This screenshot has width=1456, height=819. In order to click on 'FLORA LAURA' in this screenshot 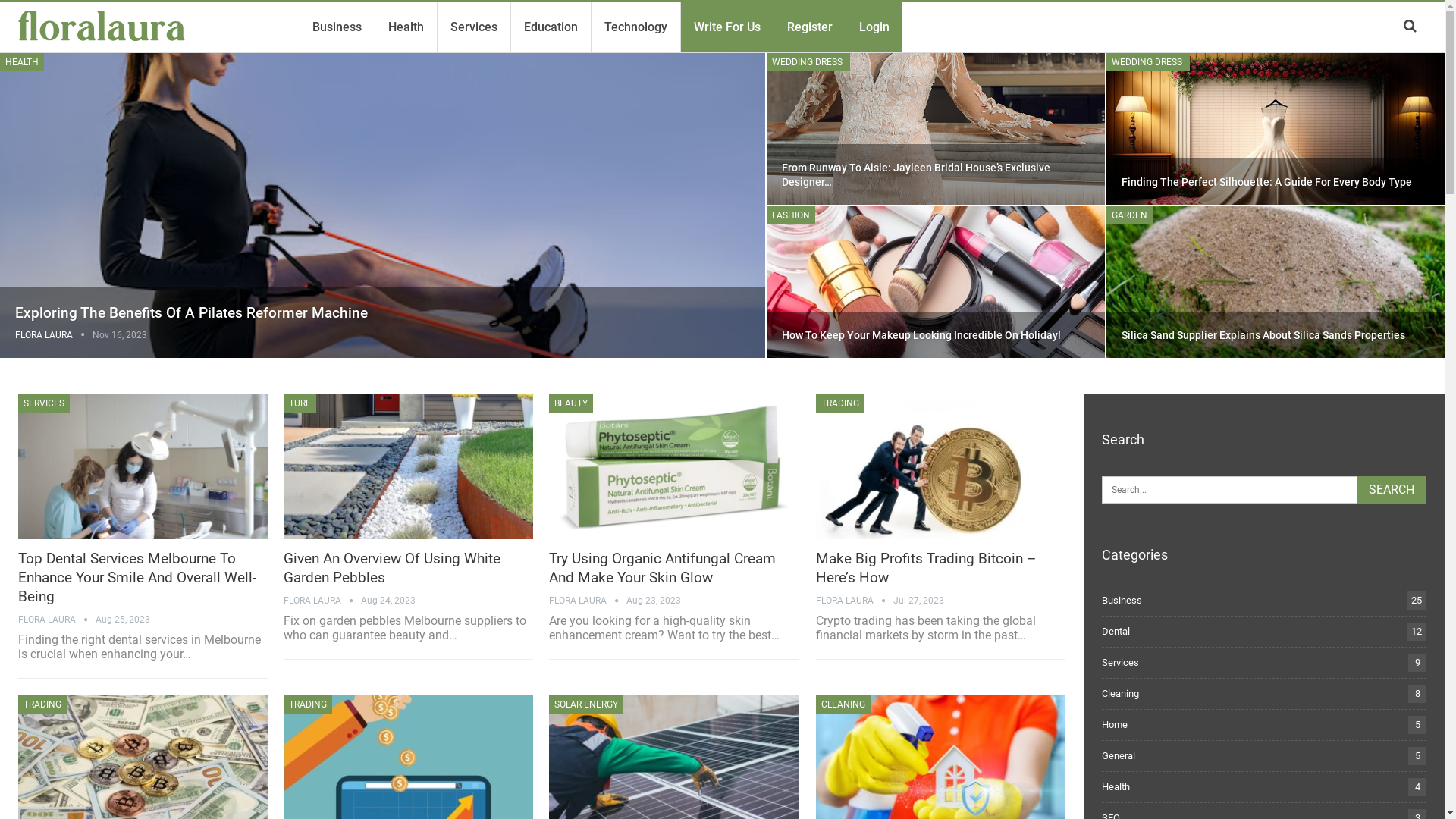, I will do `click(14, 334)`.